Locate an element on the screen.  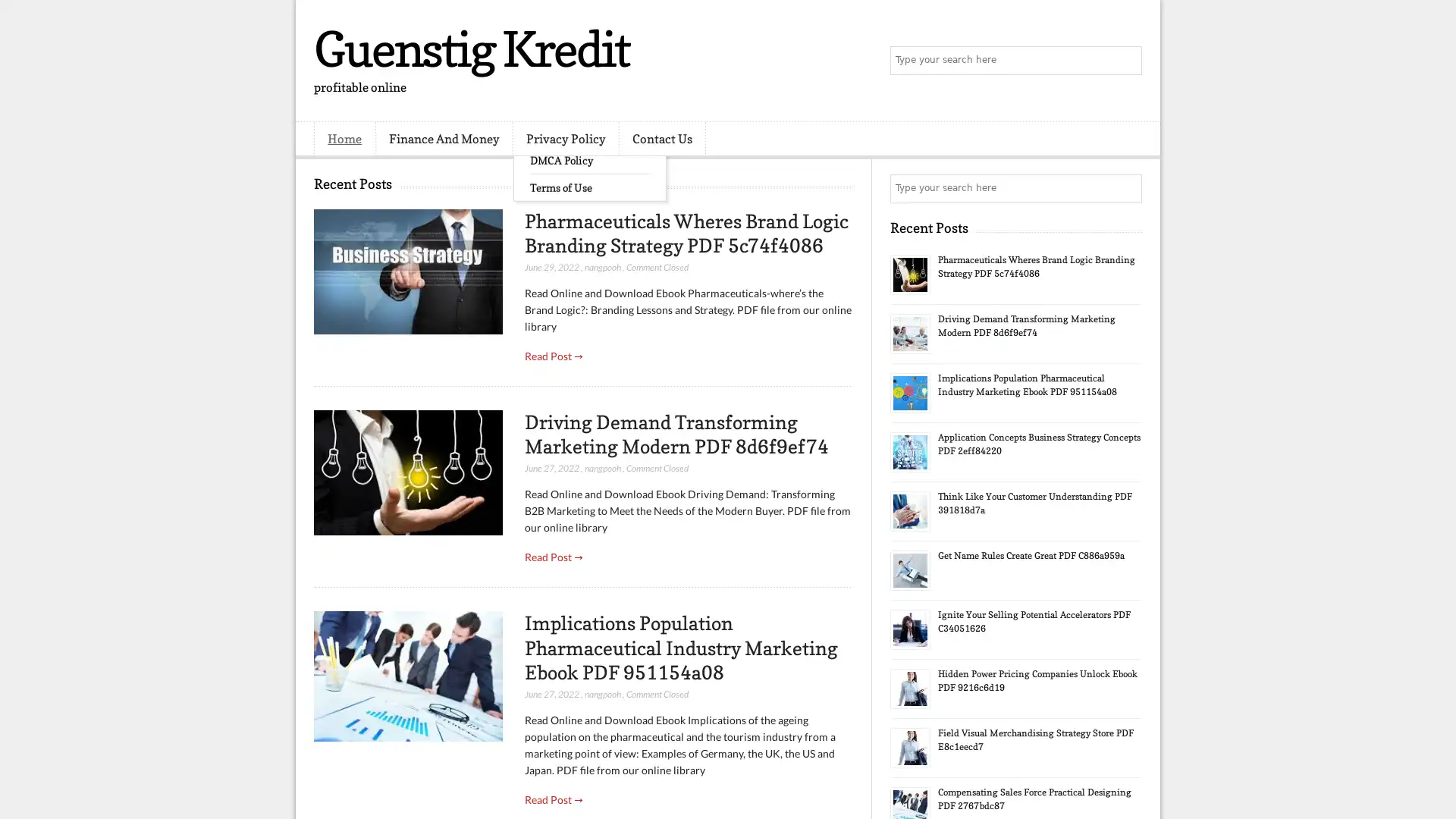
Search is located at coordinates (1126, 61).